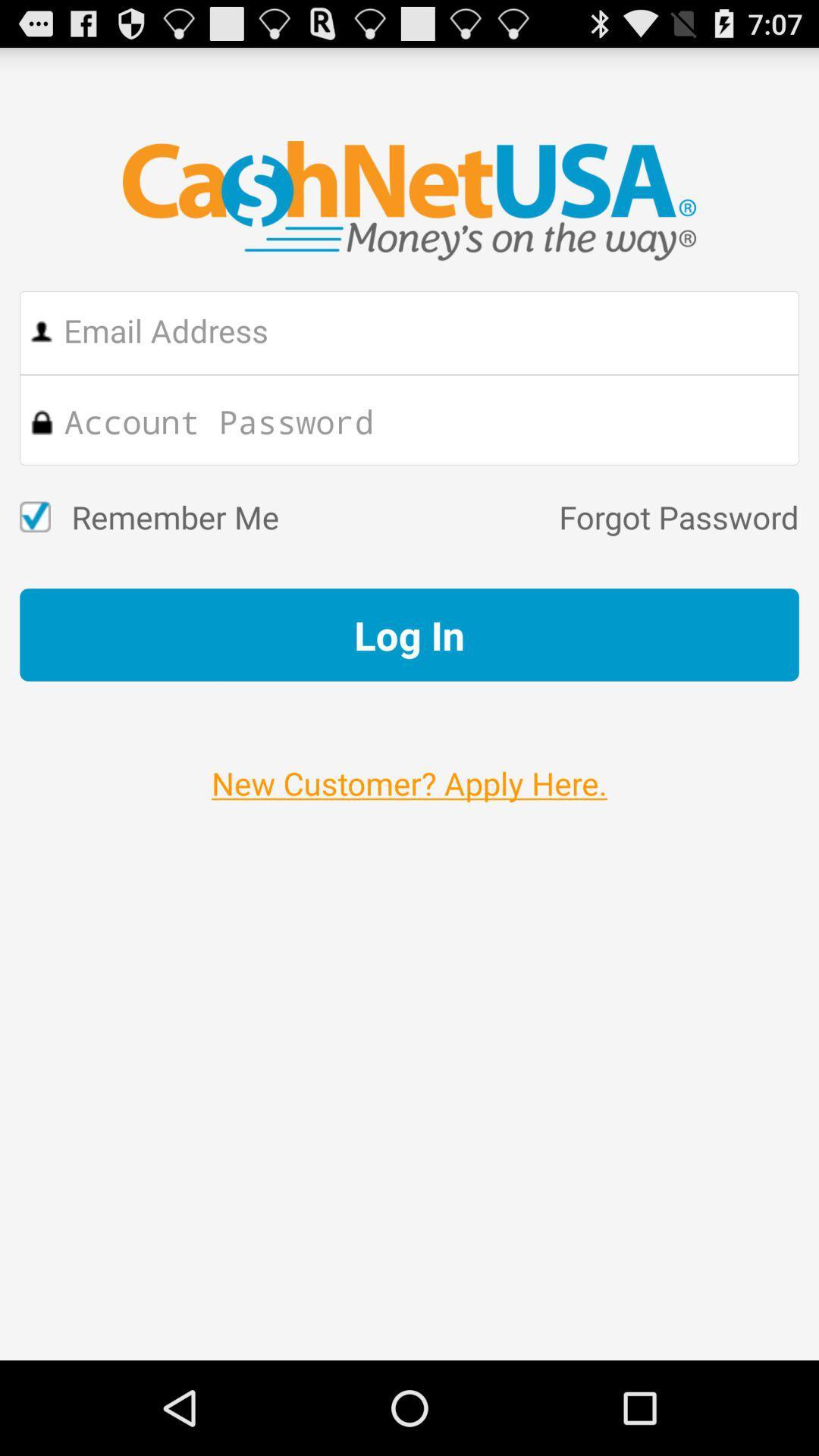 This screenshot has height=1456, width=819. What do you see at coordinates (538, 516) in the screenshot?
I see `the icon next to remember me` at bounding box center [538, 516].